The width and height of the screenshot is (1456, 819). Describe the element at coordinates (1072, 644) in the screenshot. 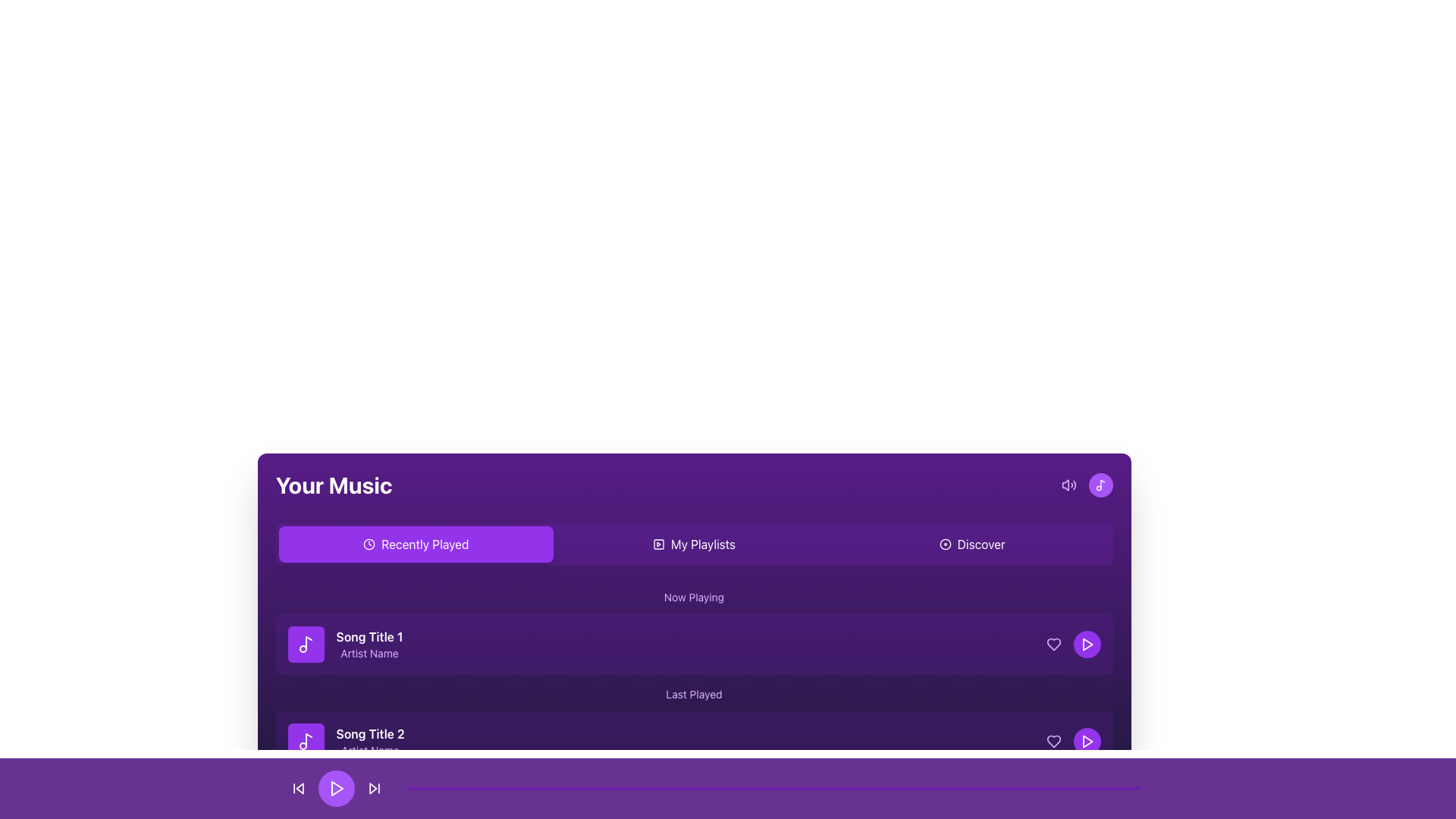

I see `the circular button with a purple background and a white play icon located on the right side of the row for 'Song Title 1' to change its appearance` at that location.